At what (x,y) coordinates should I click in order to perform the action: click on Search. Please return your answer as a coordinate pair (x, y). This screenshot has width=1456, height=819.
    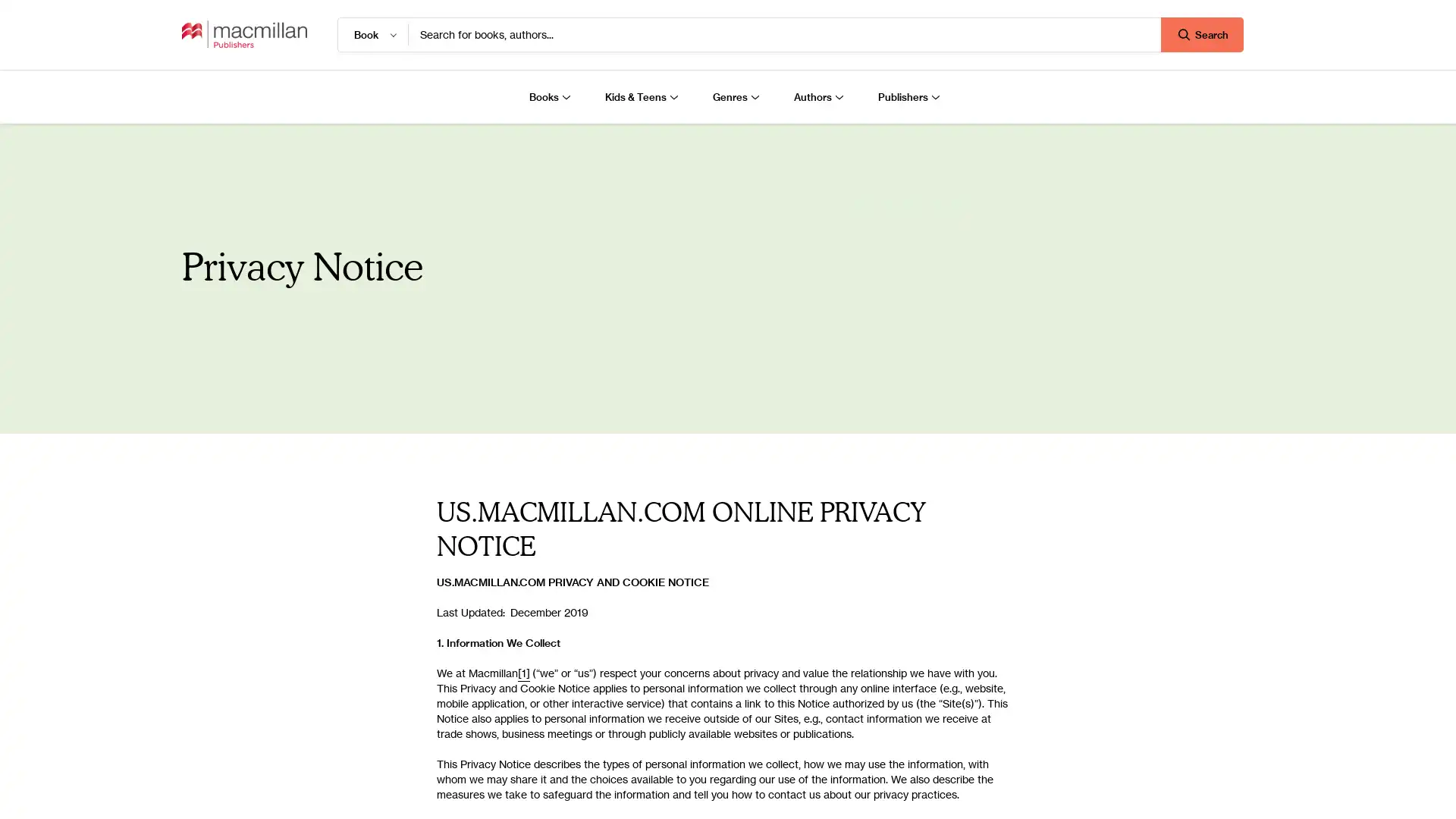
    Looking at the image, I should click on (1201, 34).